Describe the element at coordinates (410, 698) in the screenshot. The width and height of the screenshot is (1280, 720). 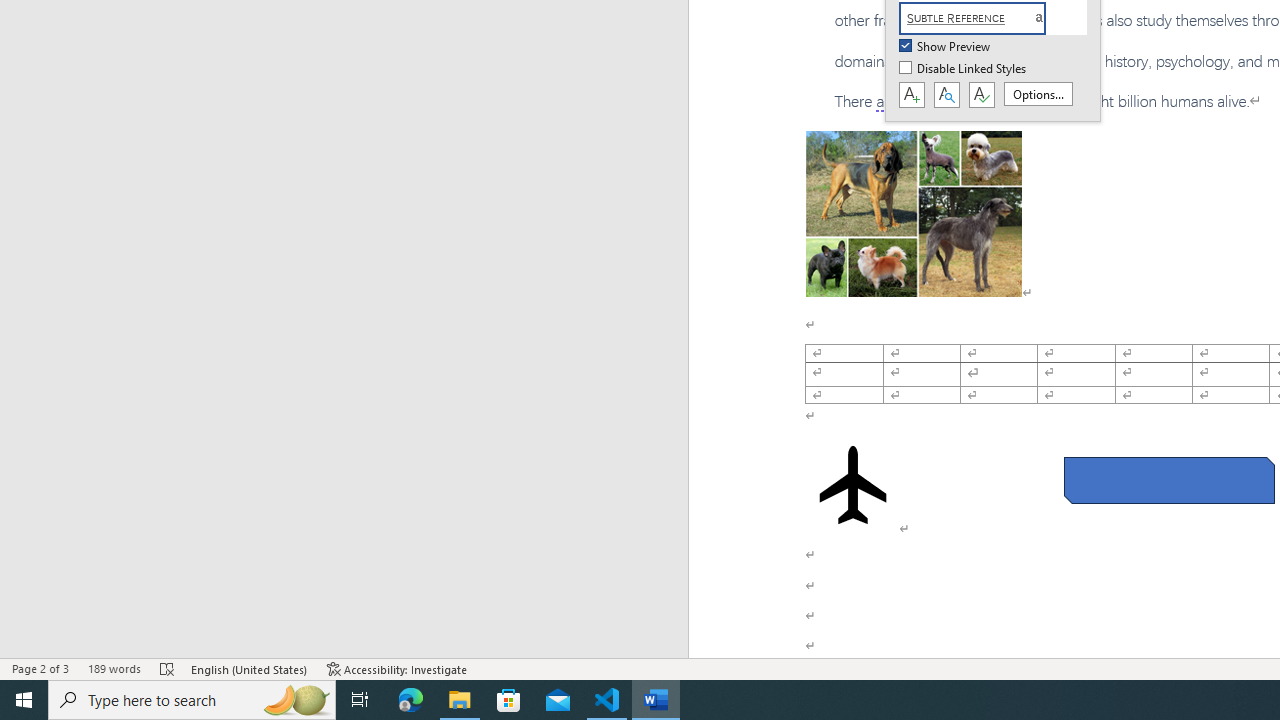
I see `'Microsoft Edge'` at that location.